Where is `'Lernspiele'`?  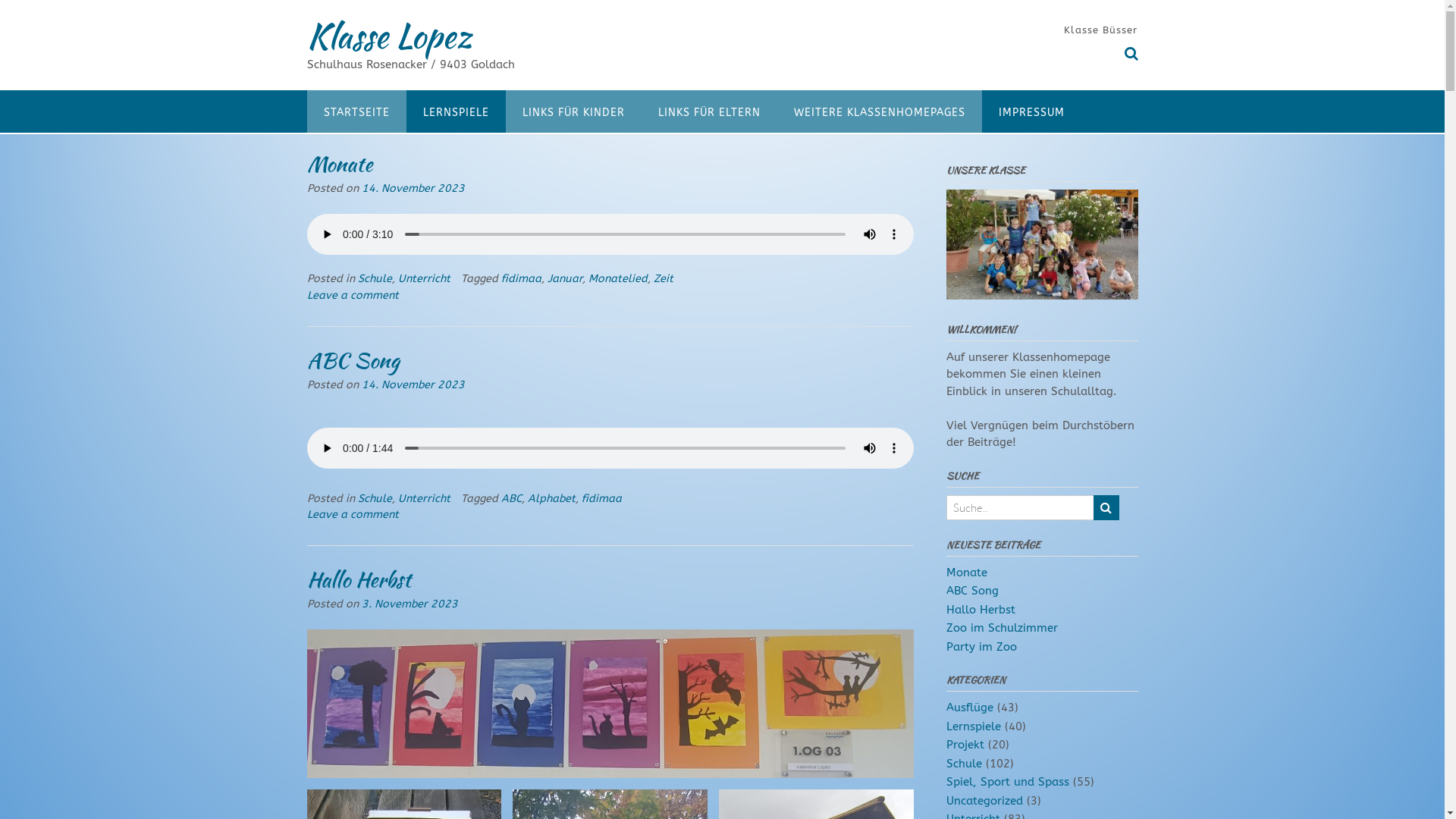
'Lernspiele' is located at coordinates (973, 725).